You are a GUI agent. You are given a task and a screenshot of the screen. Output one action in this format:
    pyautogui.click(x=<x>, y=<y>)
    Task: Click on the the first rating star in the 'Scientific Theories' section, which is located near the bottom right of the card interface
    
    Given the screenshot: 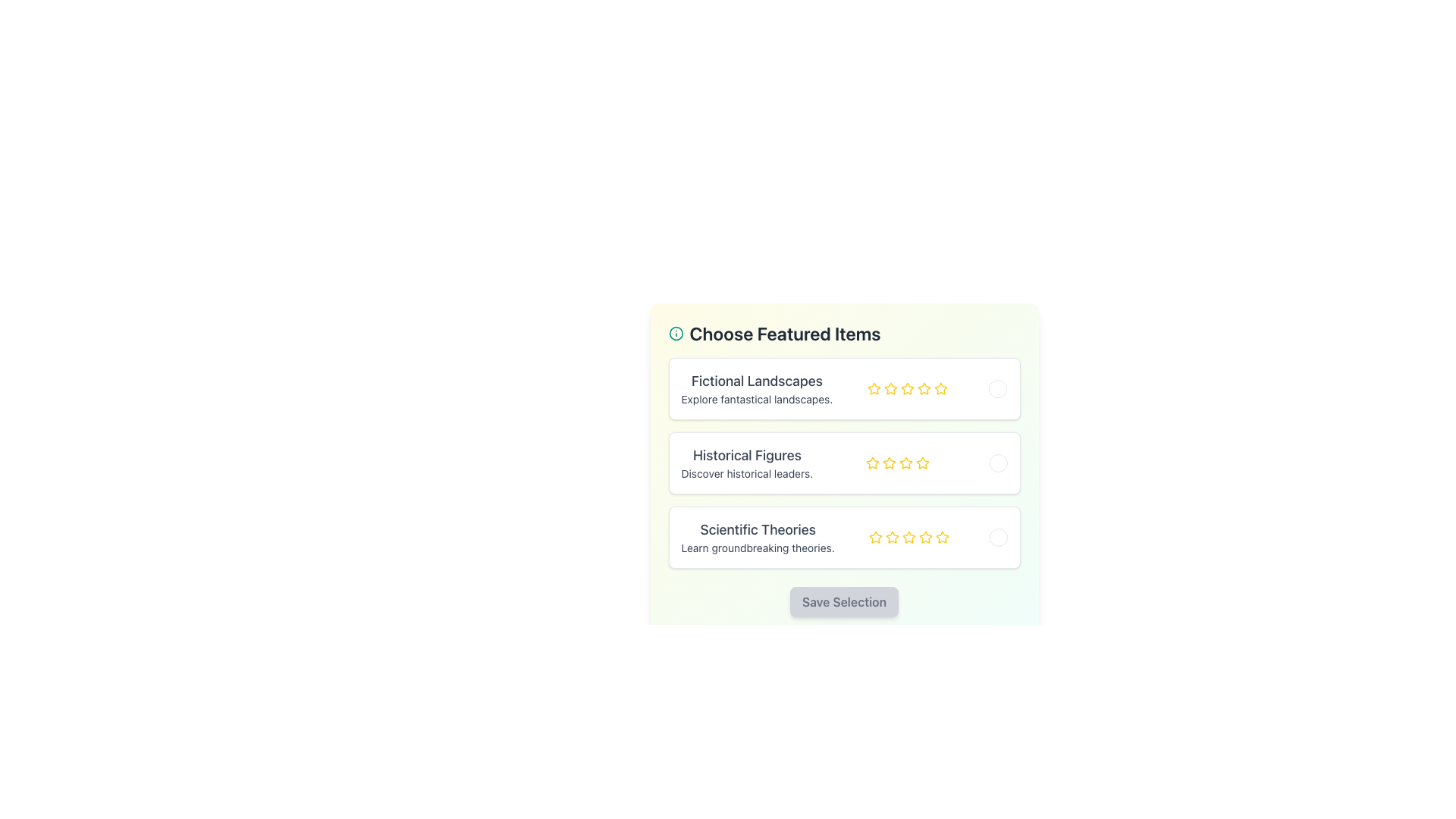 What is the action you would take?
    pyautogui.click(x=875, y=537)
    